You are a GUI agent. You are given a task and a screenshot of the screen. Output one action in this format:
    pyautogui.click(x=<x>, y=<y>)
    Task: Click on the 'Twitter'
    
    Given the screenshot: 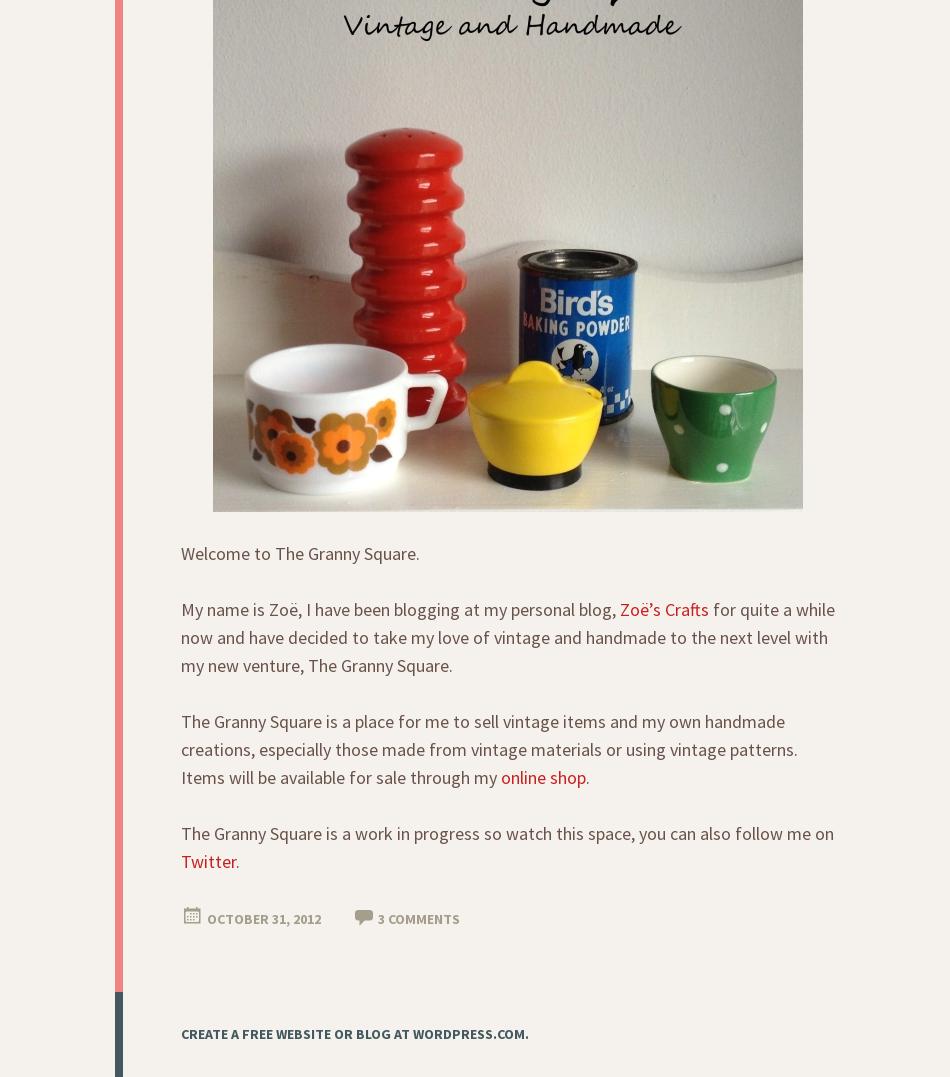 What is the action you would take?
    pyautogui.click(x=208, y=860)
    